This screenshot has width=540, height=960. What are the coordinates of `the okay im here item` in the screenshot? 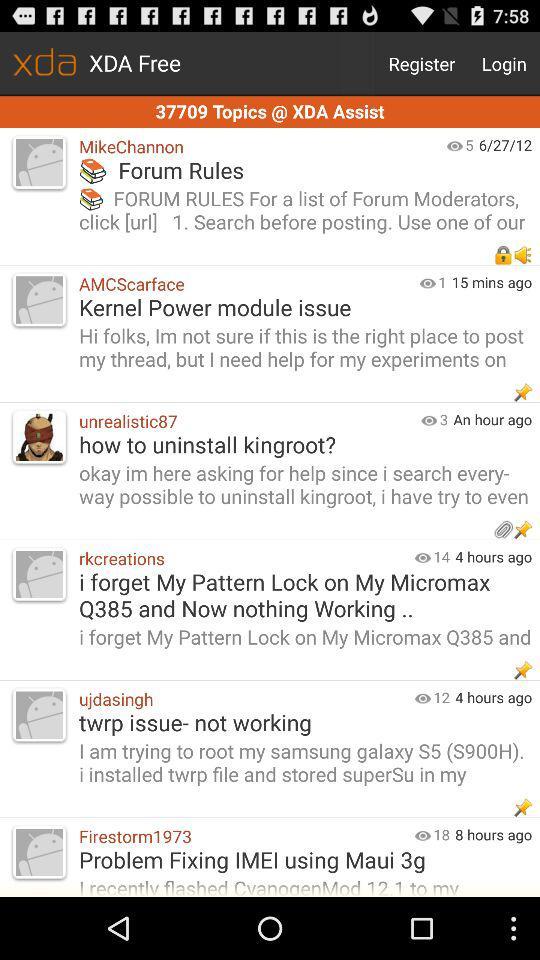 It's located at (303, 486).